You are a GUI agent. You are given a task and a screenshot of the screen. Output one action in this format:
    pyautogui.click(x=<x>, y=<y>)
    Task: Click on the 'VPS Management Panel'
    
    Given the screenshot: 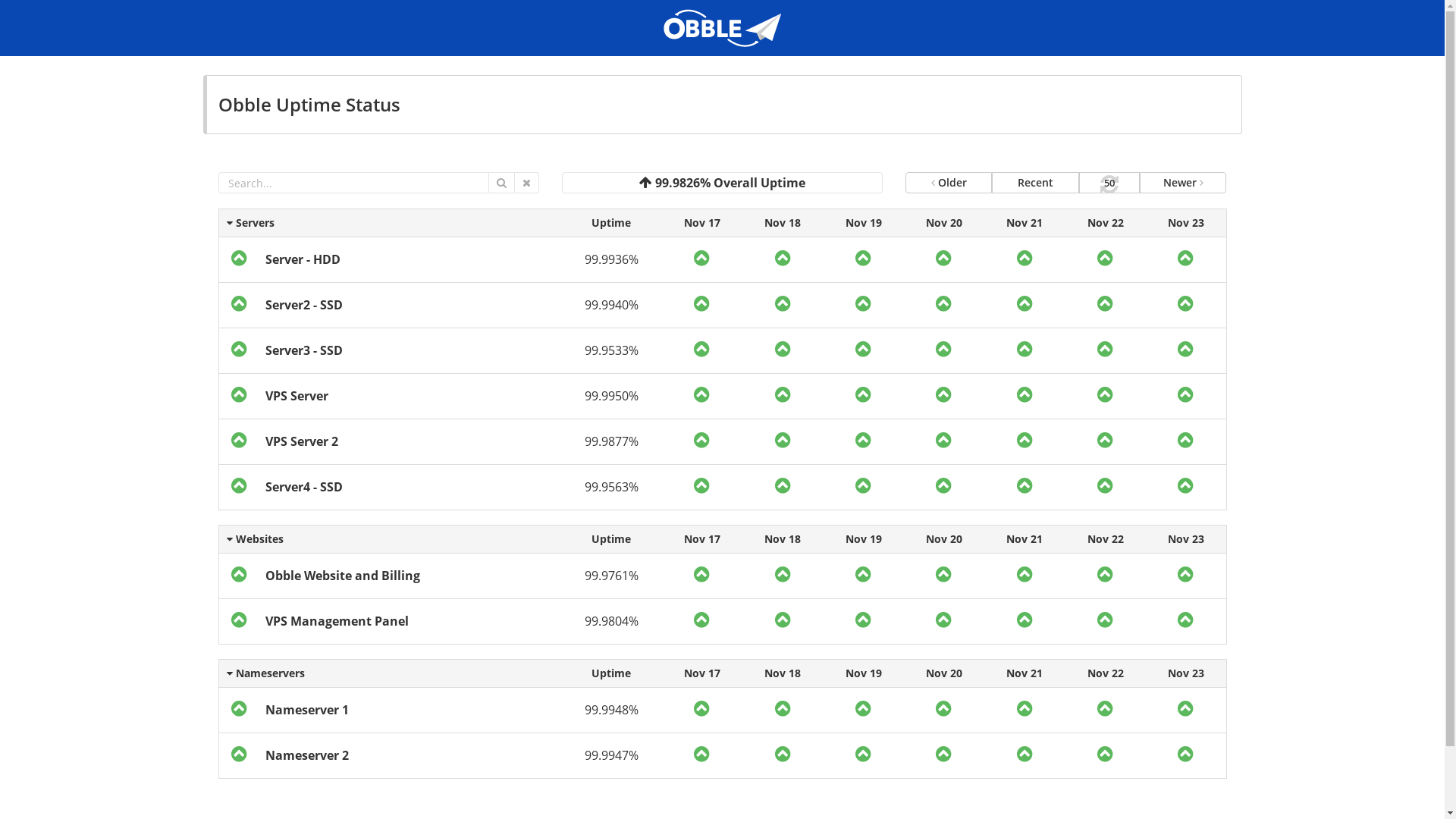 What is the action you would take?
    pyautogui.click(x=336, y=620)
    